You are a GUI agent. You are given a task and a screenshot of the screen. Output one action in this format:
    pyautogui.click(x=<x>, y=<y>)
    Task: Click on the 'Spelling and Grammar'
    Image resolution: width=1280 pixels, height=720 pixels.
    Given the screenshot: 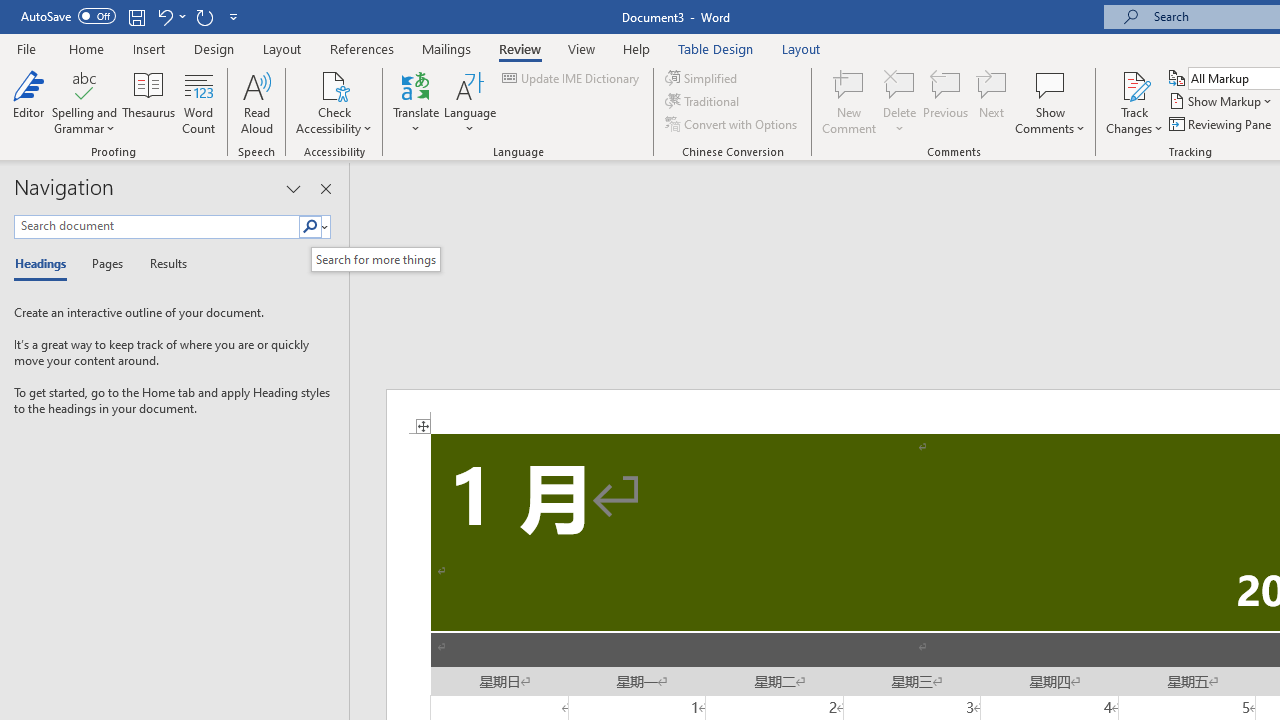 What is the action you would take?
    pyautogui.click(x=84, y=103)
    